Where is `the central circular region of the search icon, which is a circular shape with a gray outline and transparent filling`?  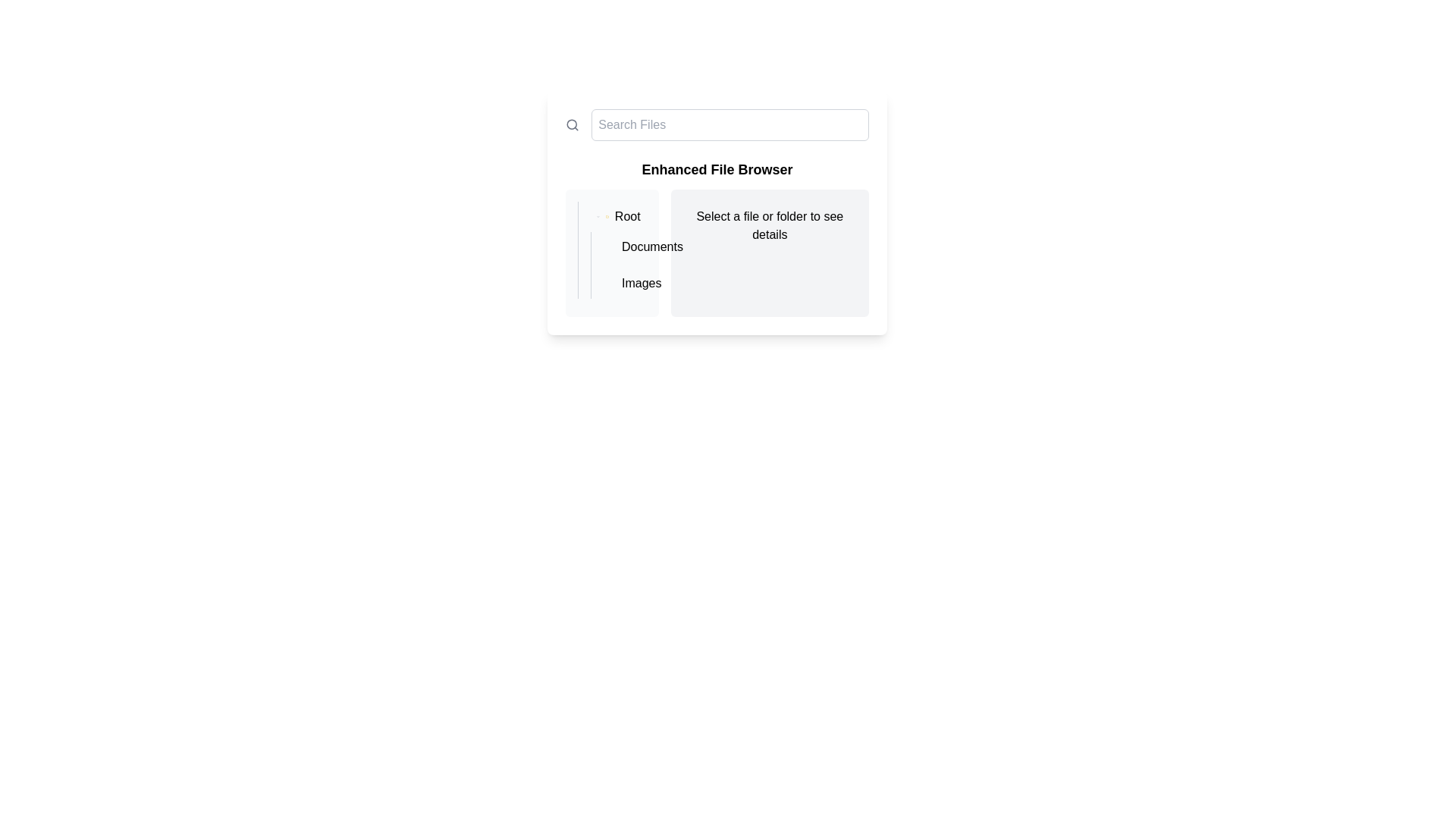
the central circular region of the search icon, which is a circular shape with a gray outline and transparent filling is located at coordinates (571, 124).